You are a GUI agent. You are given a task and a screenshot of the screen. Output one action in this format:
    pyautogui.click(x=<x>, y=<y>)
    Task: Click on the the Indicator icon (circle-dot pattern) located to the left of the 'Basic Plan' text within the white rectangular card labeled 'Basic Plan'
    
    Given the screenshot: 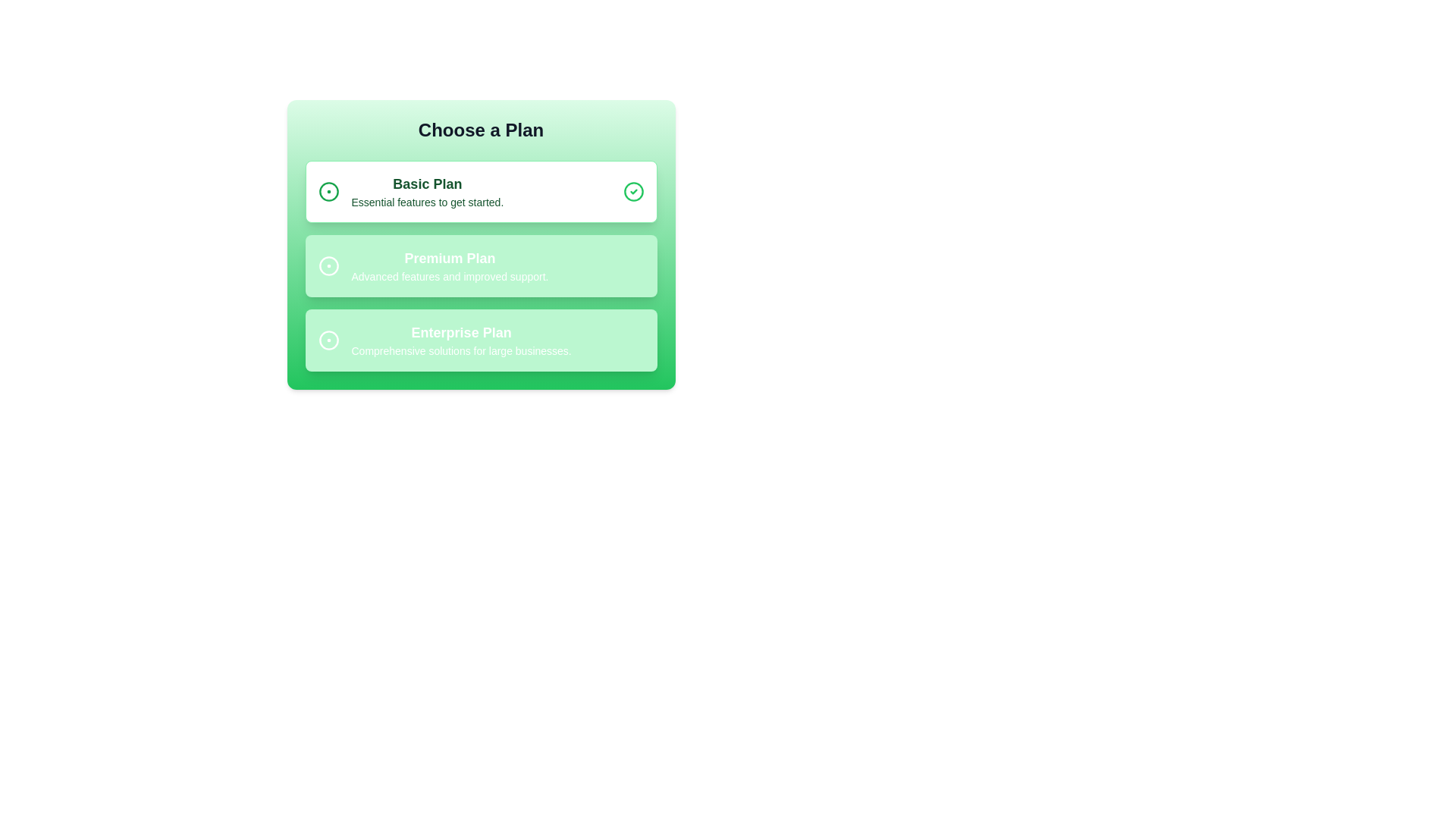 What is the action you would take?
    pyautogui.click(x=328, y=191)
    